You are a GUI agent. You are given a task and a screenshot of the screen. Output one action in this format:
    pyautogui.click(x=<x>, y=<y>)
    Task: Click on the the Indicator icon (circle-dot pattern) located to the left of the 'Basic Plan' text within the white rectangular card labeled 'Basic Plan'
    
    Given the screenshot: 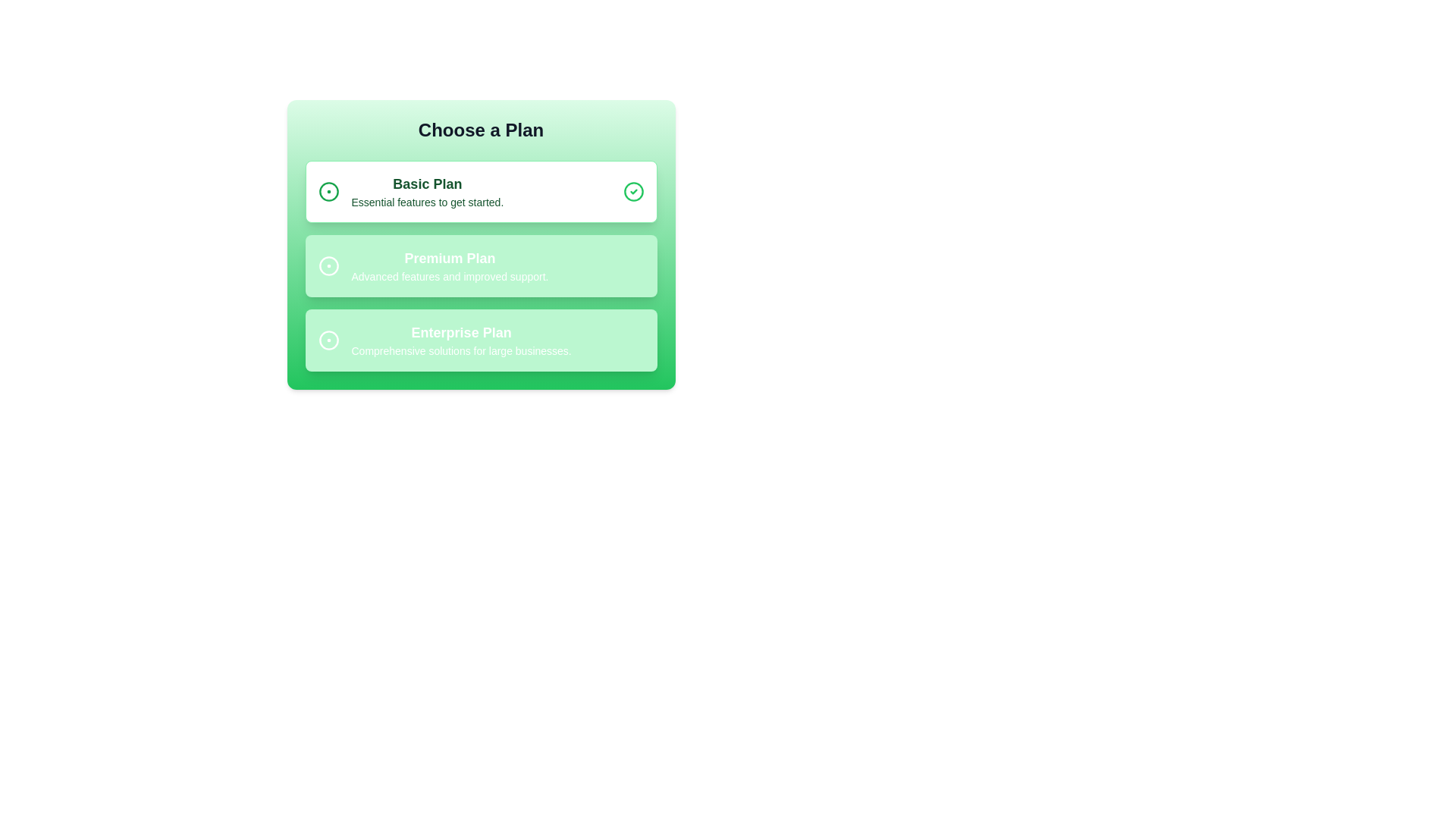 What is the action you would take?
    pyautogui.click(x=328, y=191)
    